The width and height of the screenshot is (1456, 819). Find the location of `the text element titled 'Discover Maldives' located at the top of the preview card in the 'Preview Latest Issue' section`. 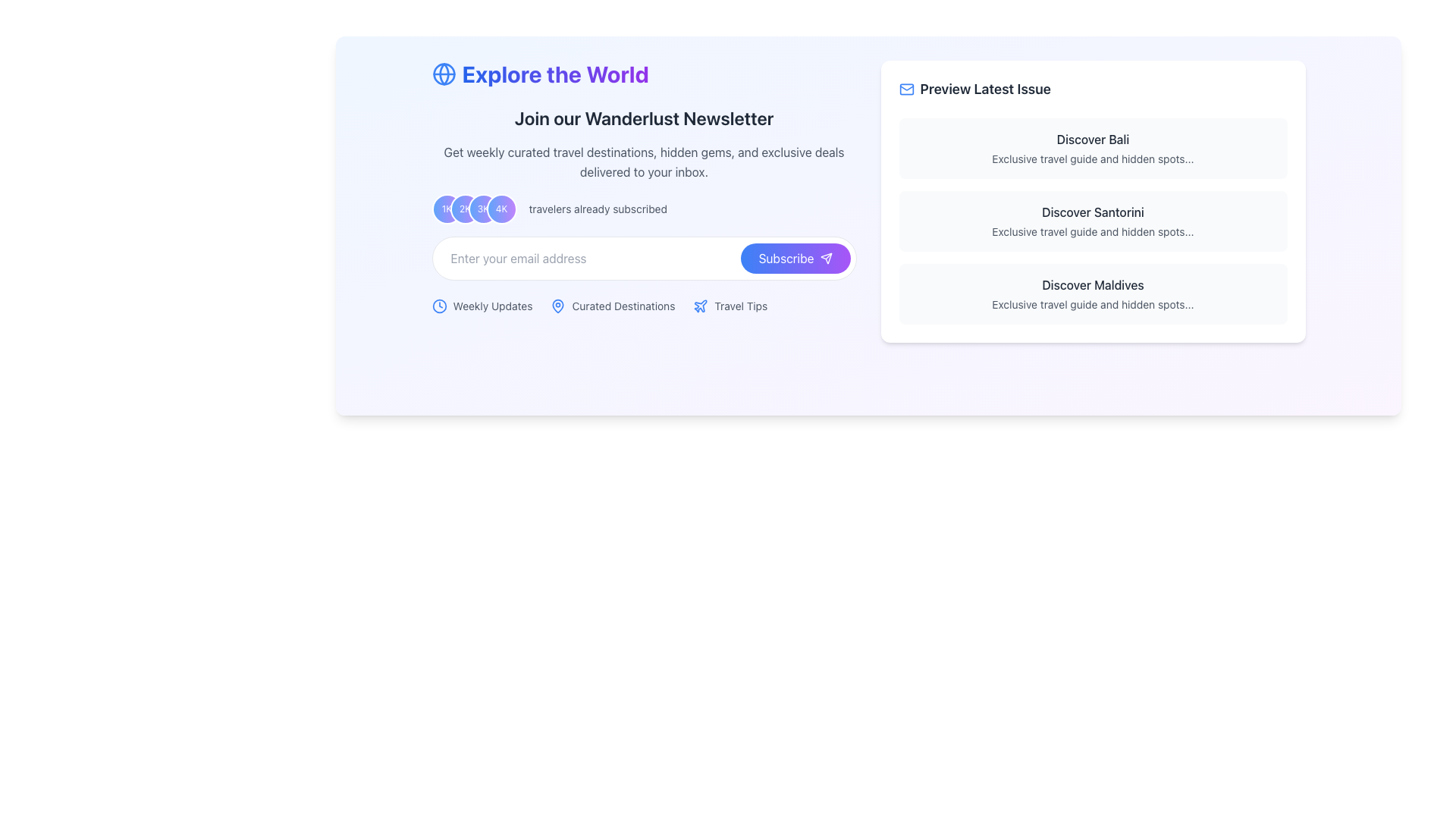

the text element titled 'Discover Maldives' located at the top of the preview card in the 'Preview Latest Issue' section is located at coordinates (1093, 284).